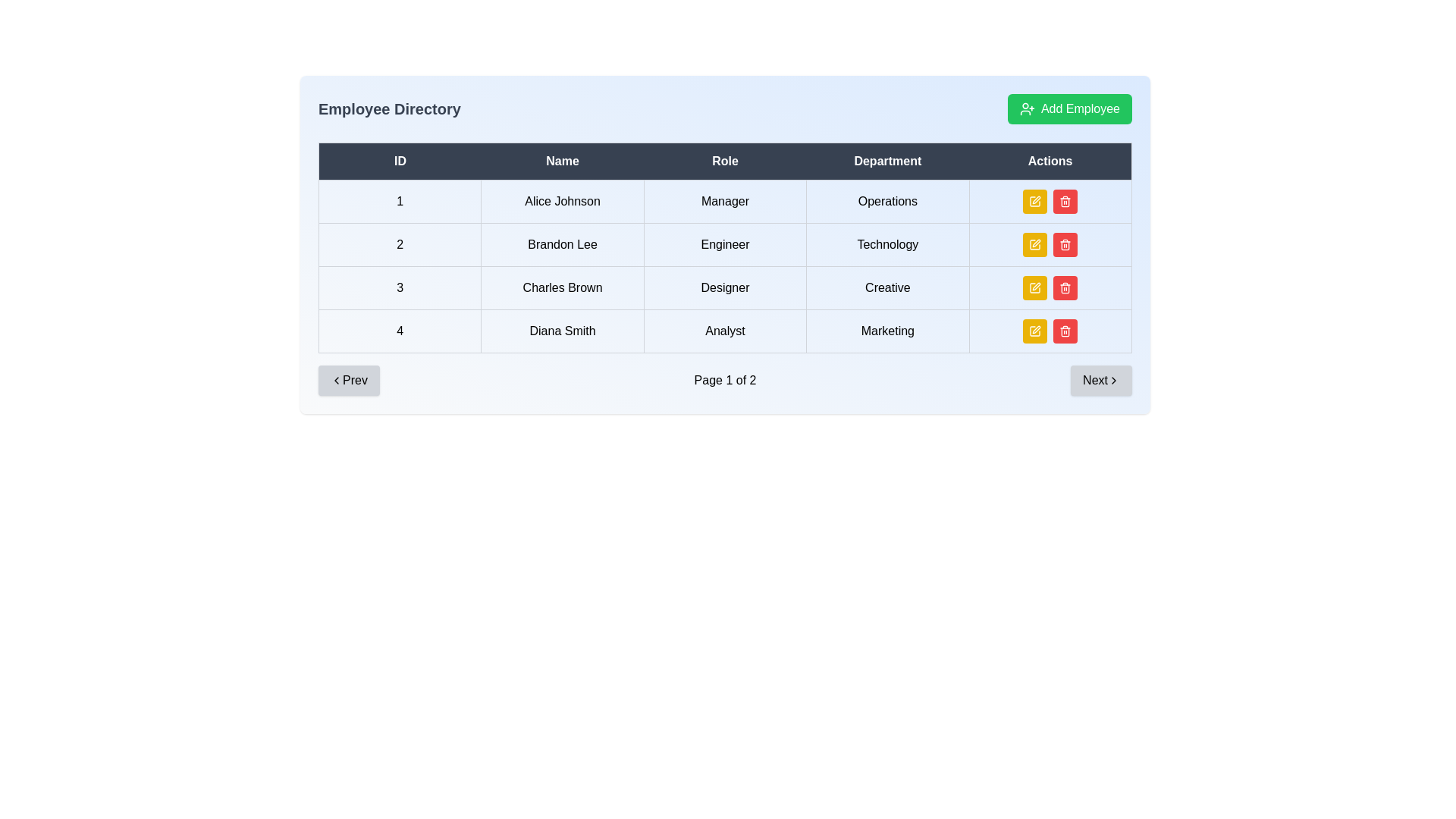  I want to click on the 'Name' column header cell, which is the second header in the table located between 'ID' and 'Role' headers, so click(562, 161).